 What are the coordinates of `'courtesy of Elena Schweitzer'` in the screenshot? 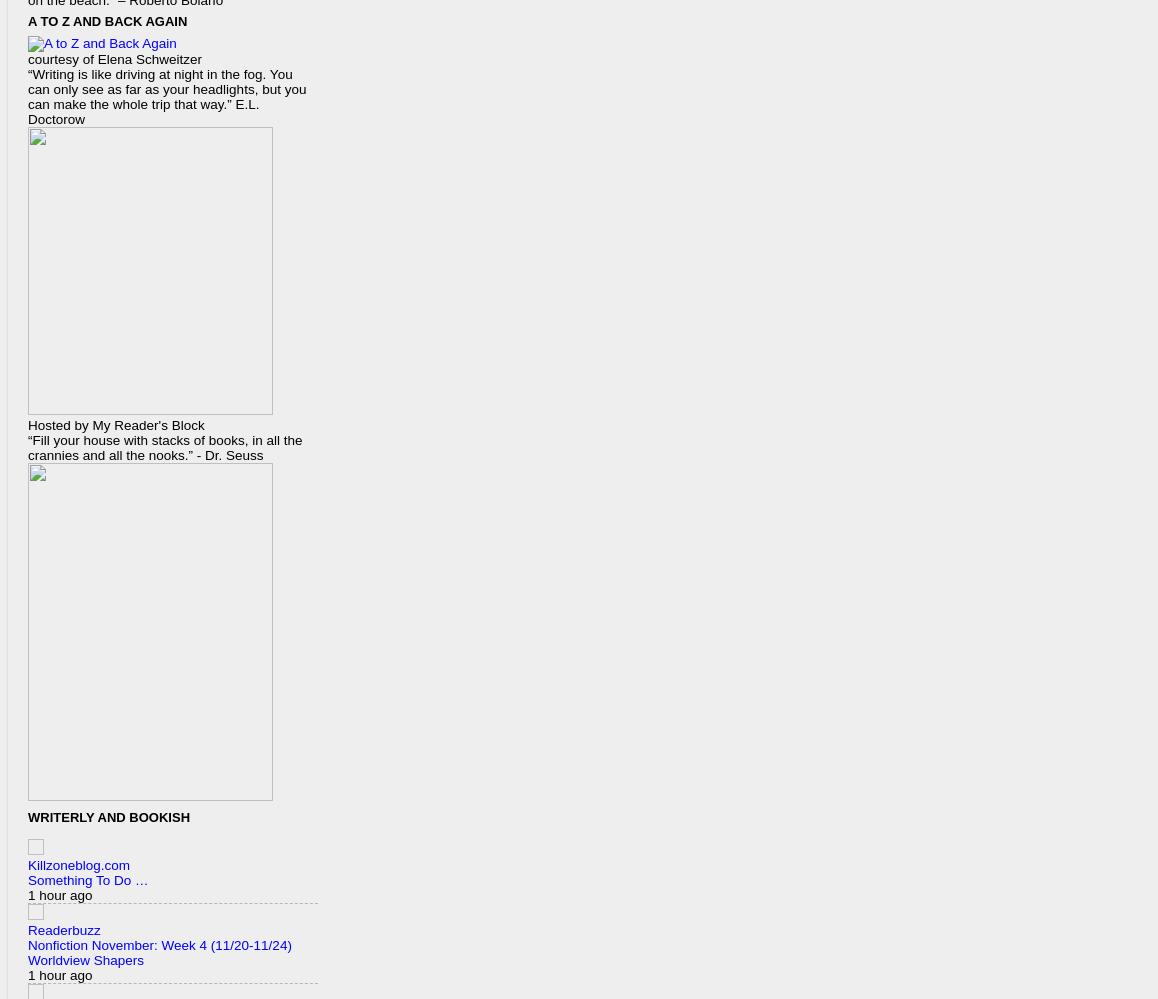 It's located at (114, 57).